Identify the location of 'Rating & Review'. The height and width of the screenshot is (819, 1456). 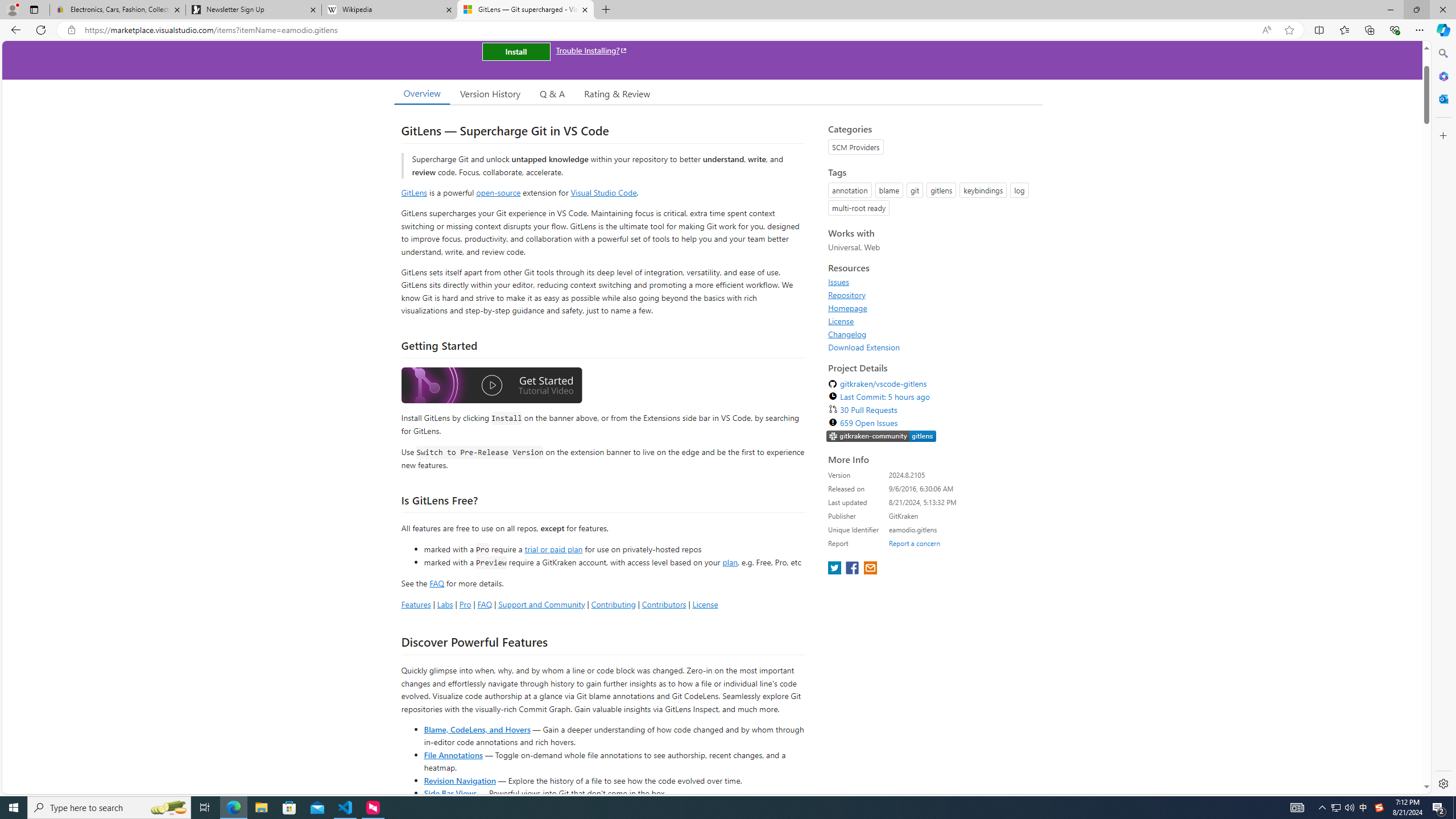
(617, 93).